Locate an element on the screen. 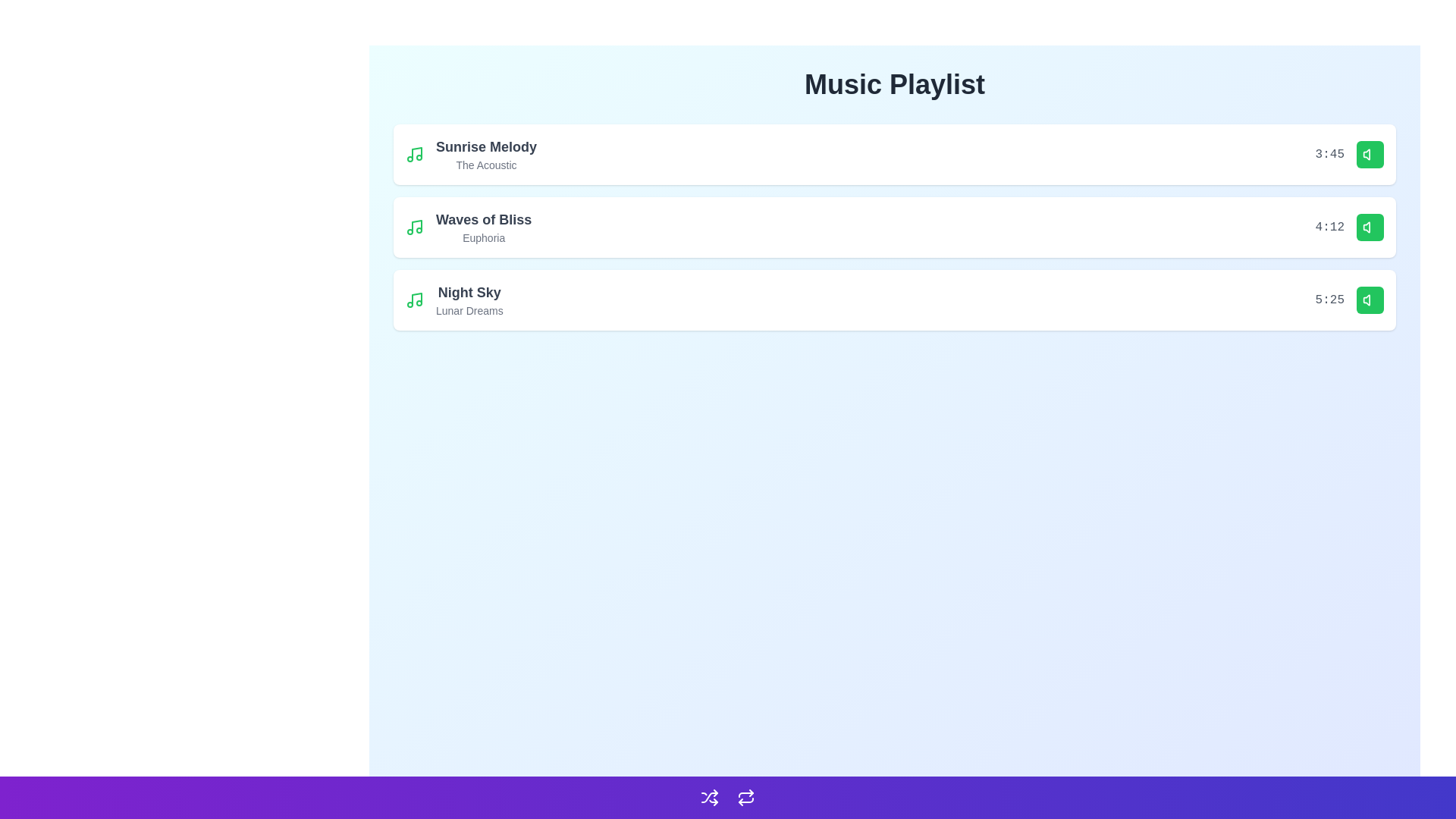 The image size is (1456, 819). the text label that serves as the title of the music track, which is positioned above the text 'Euphoria' in the playlist is located at coordinates (483, 219).